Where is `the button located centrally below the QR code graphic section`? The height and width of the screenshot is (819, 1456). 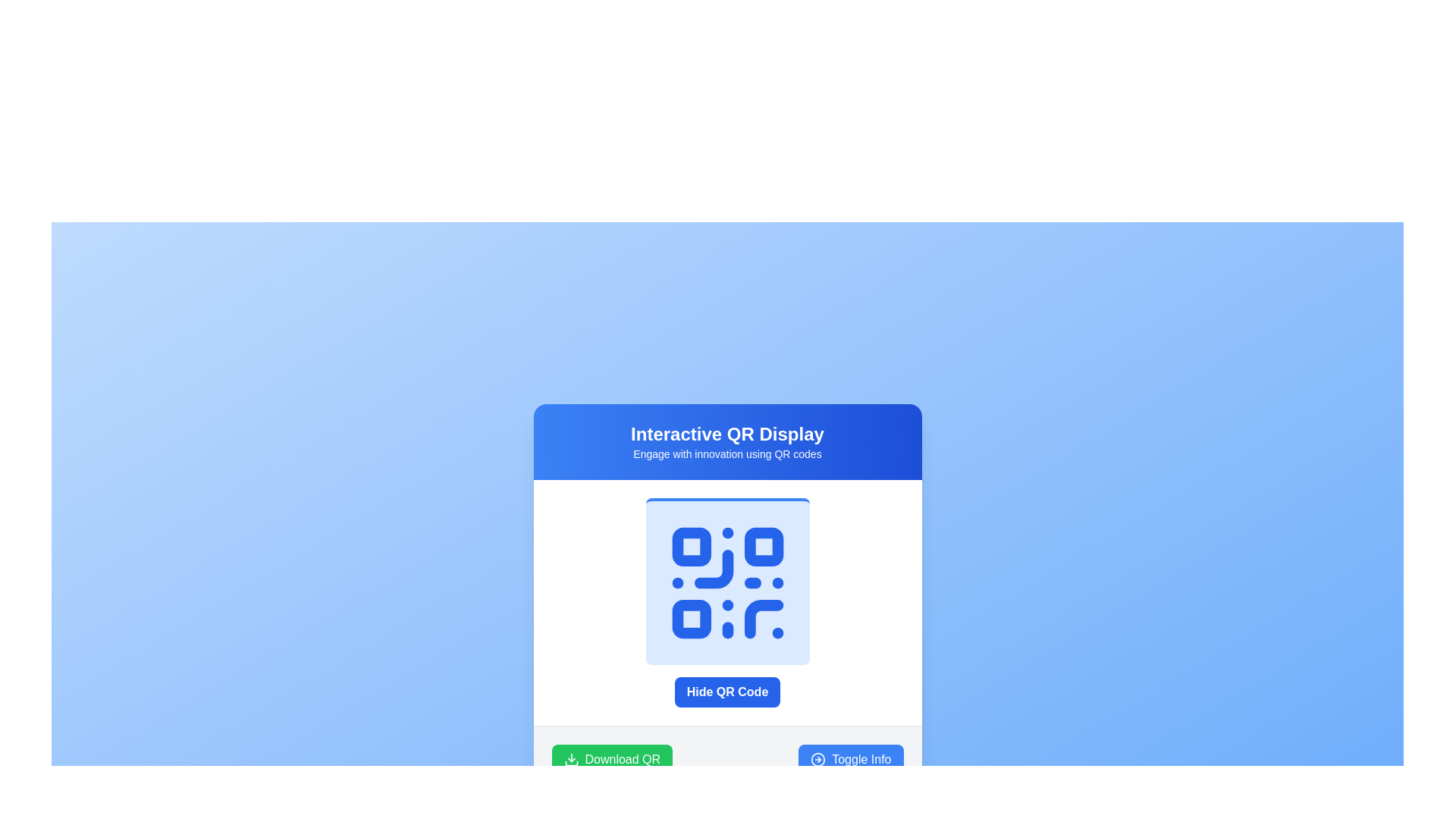 the button located centrally below the QR code graphic section is located at coordinates (726, 692).